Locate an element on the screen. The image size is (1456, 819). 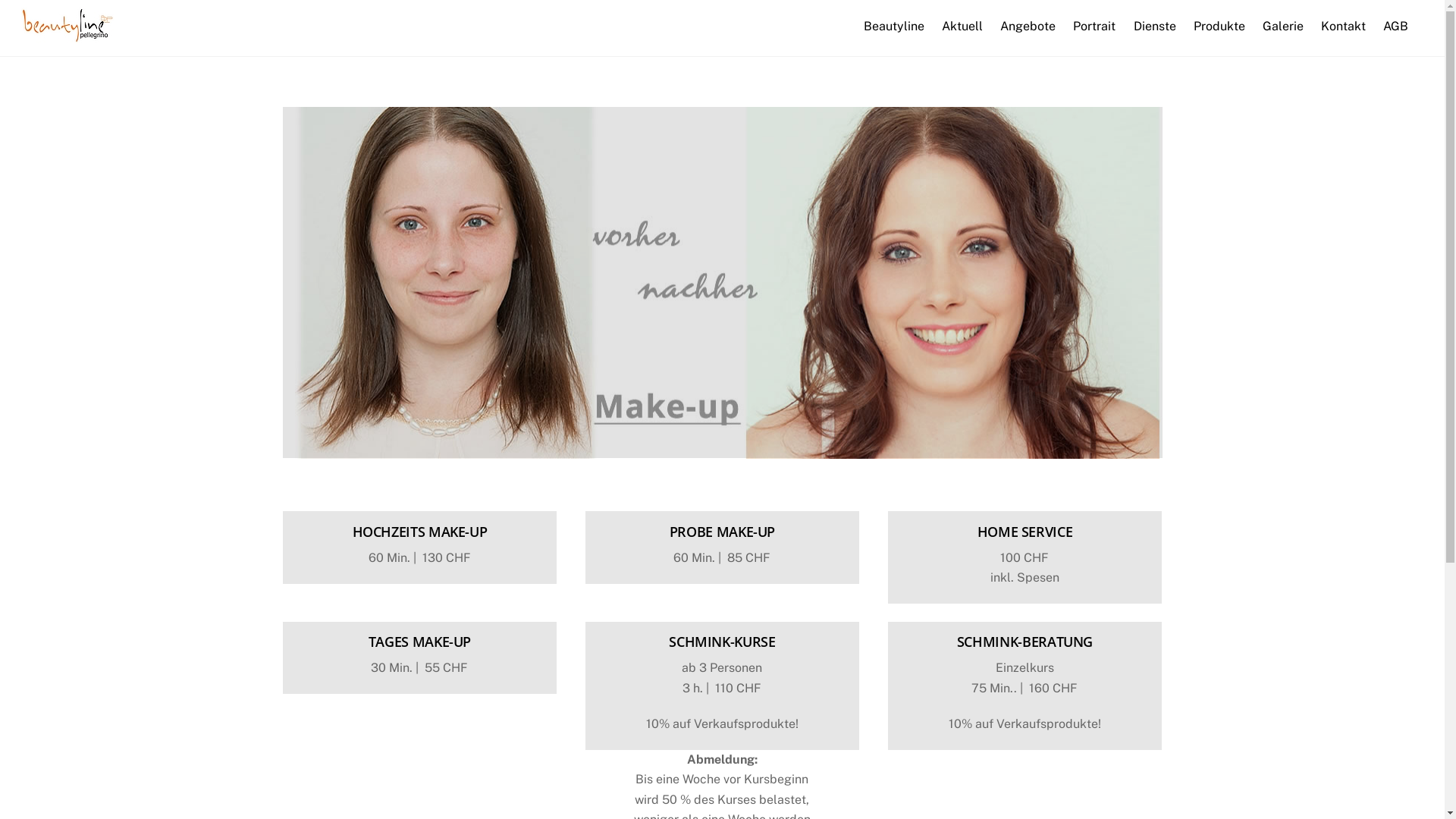
'Galerie' is located at coordinates (1255, 26).